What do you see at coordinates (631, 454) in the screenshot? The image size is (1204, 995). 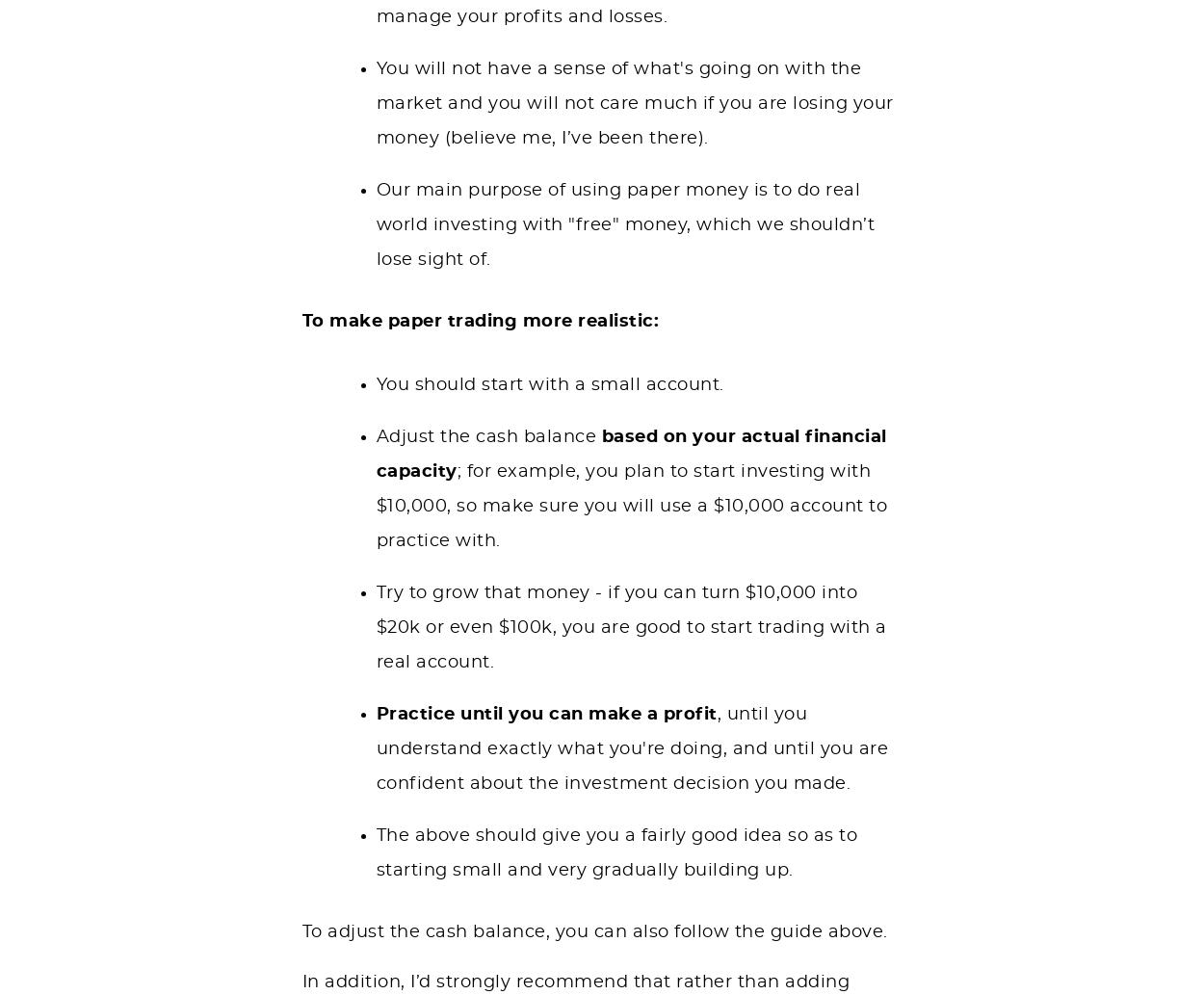 I see `'based on your actual financial capacity'` at bounding box center [631, 454].